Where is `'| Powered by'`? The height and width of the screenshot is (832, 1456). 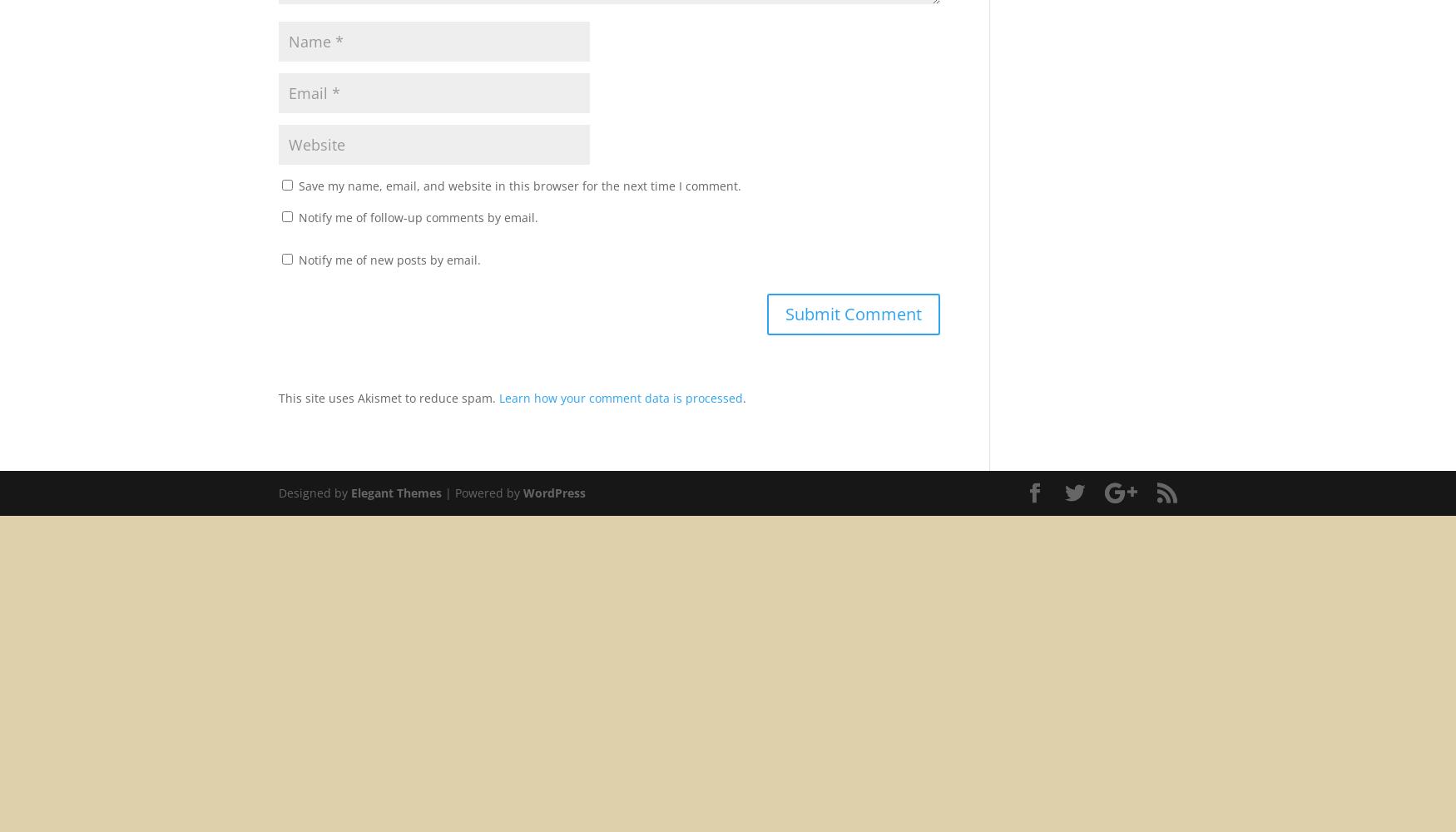 '| Powered by' is located at coordinates (482, 491).